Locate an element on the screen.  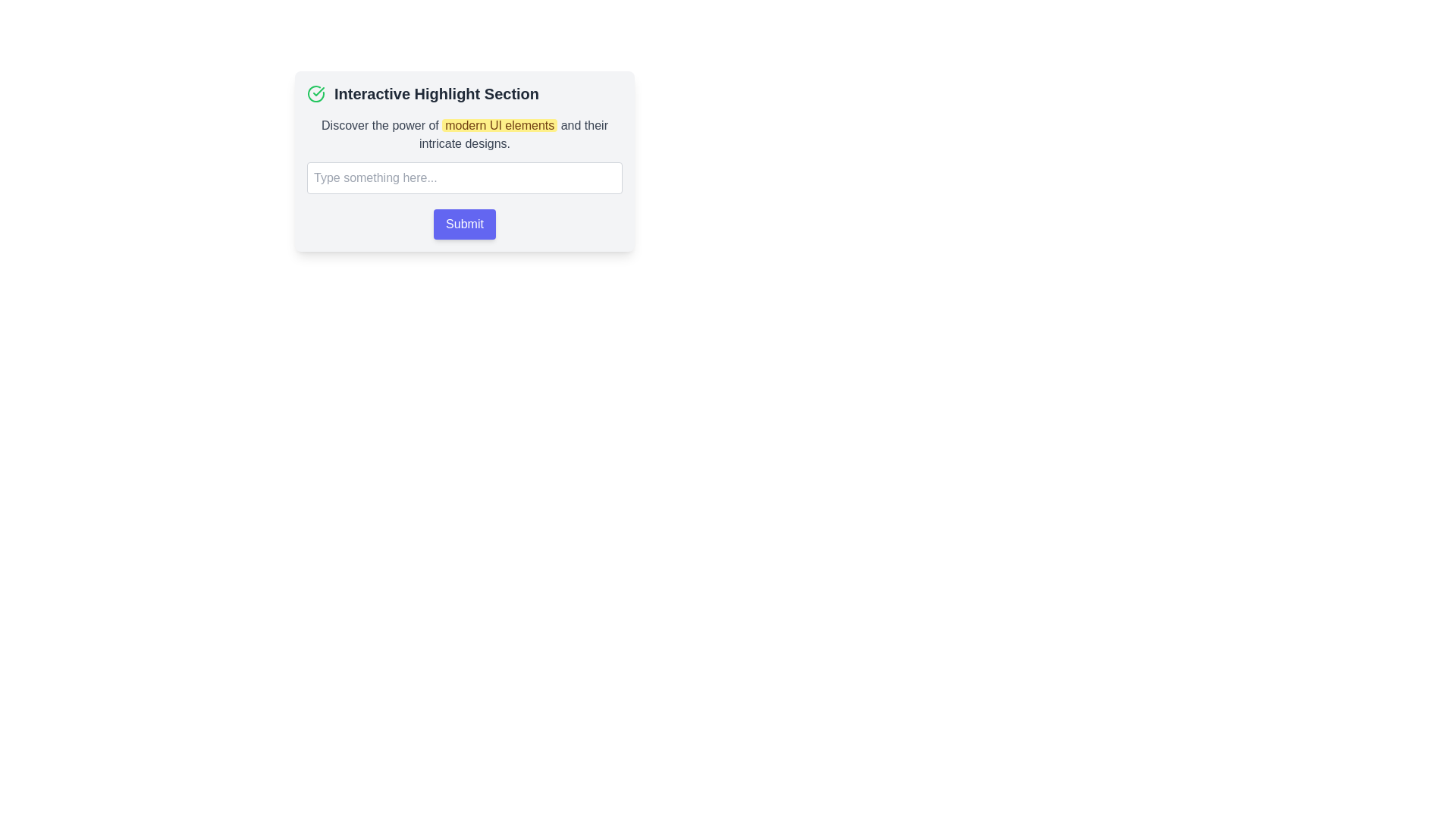
the circular green icon with a checkmark inside, located at the top-left corner of the 'Interactive Highlight Section' card, for accessibility purposes is located at coordinates (315, 93).